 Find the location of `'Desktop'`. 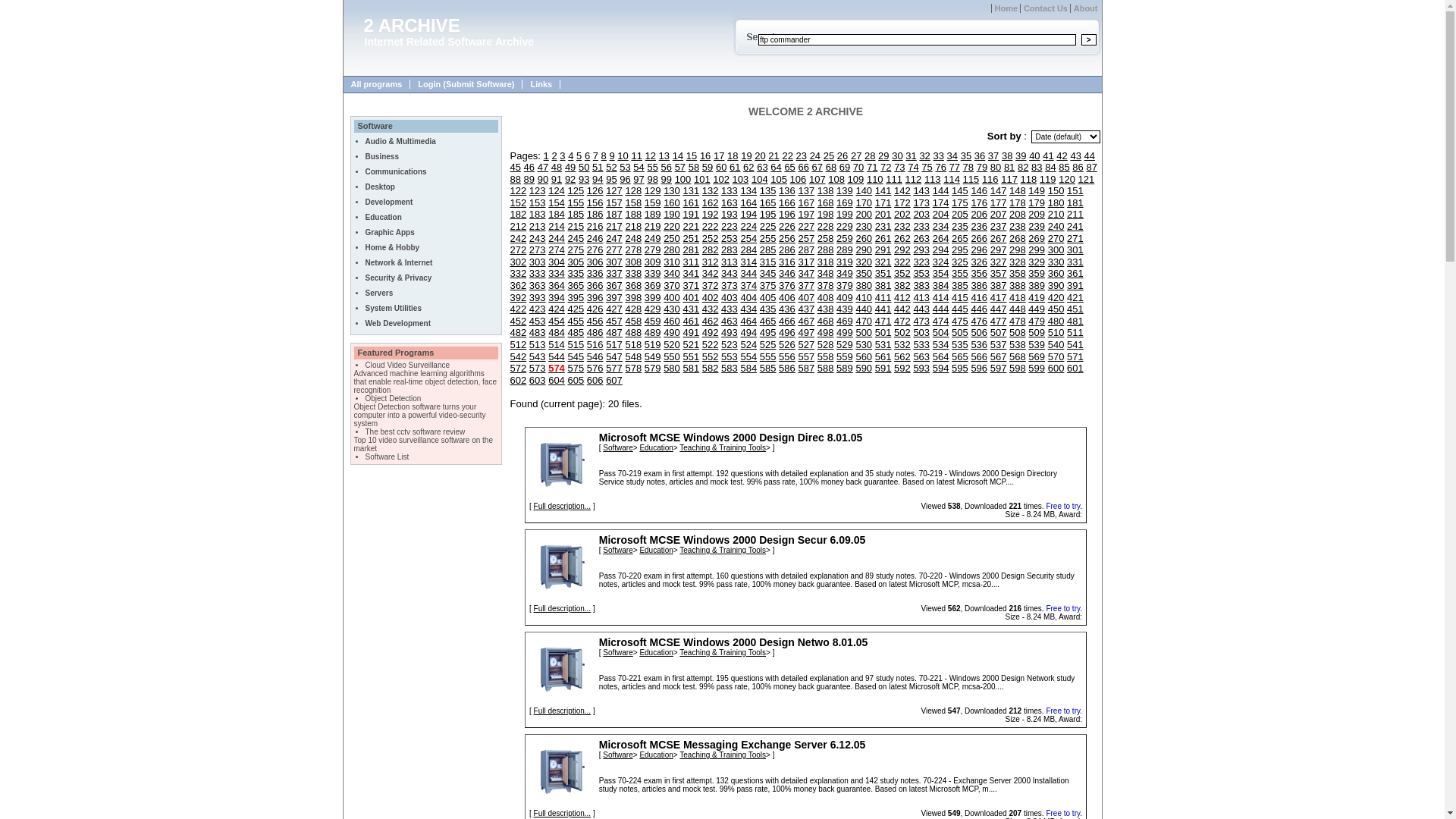

'Desktop' is located at coordinates (380, 186).